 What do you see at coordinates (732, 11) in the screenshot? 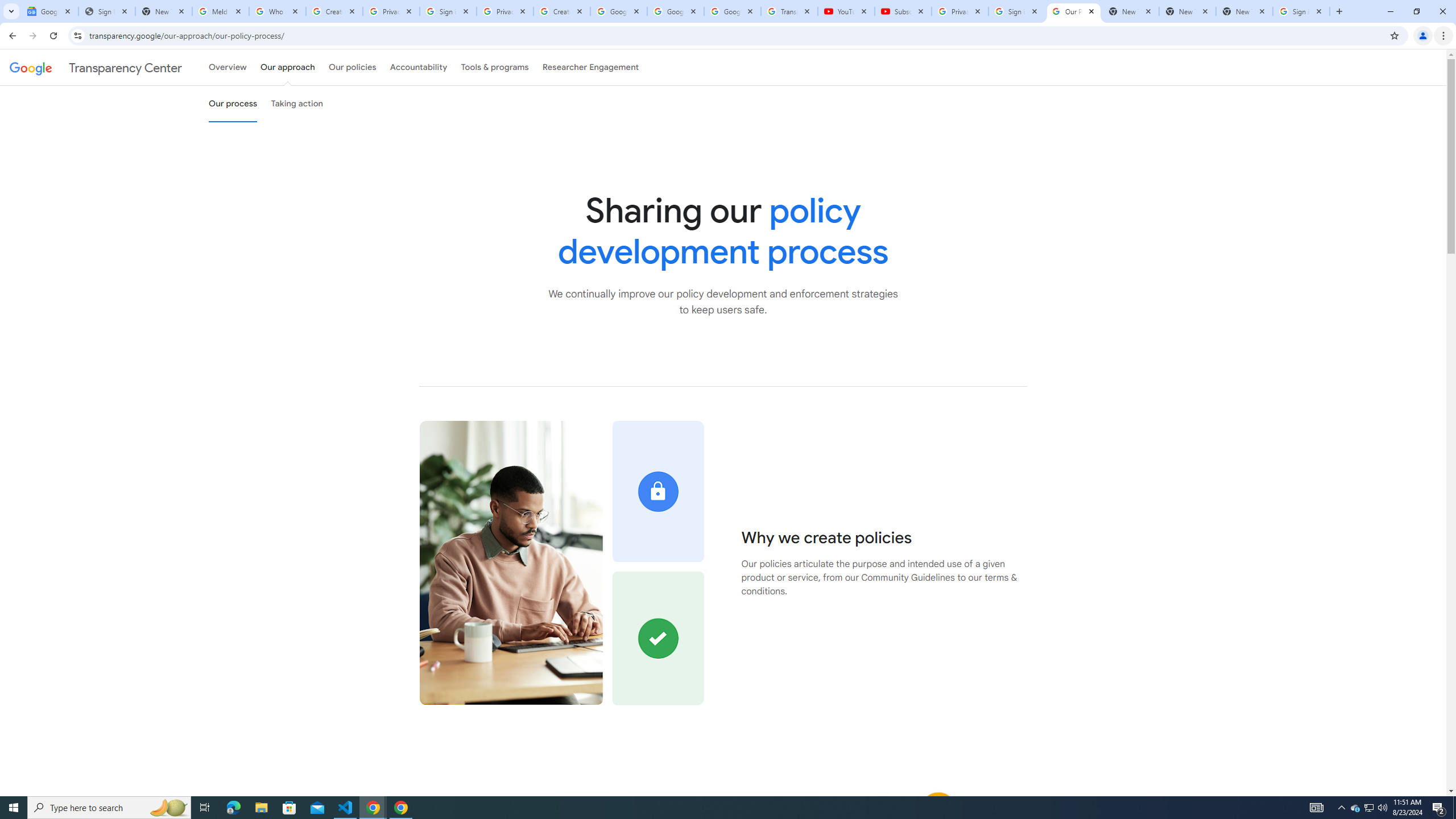
I see `'Google Account'` at bounding box center [732, 11].